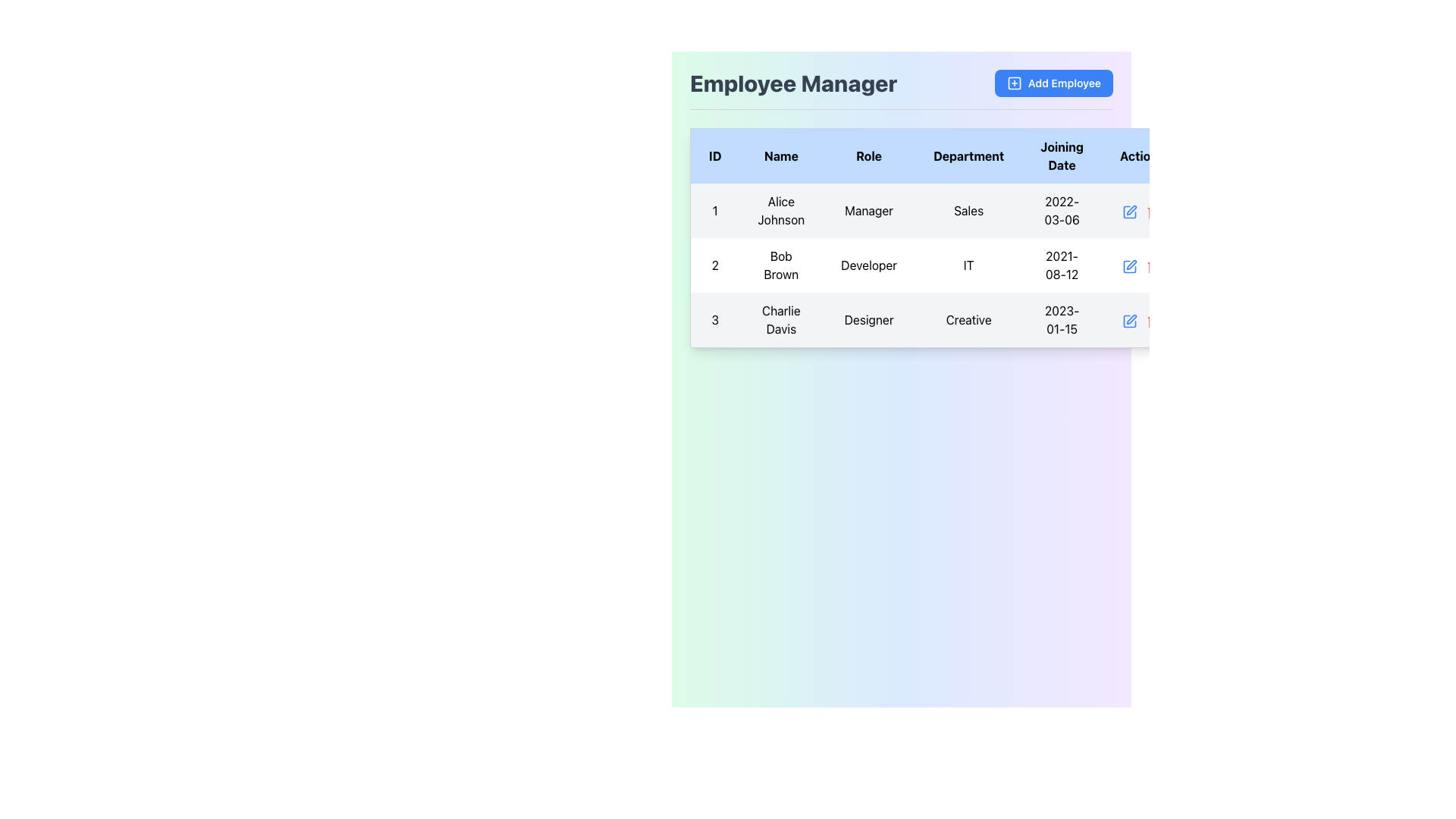  Describe the element at coordinates (714, 210) in the screenshot. I see `the static text element used for row numbering in the first column of the table, located at the top-left corner of the first cell` at that location.